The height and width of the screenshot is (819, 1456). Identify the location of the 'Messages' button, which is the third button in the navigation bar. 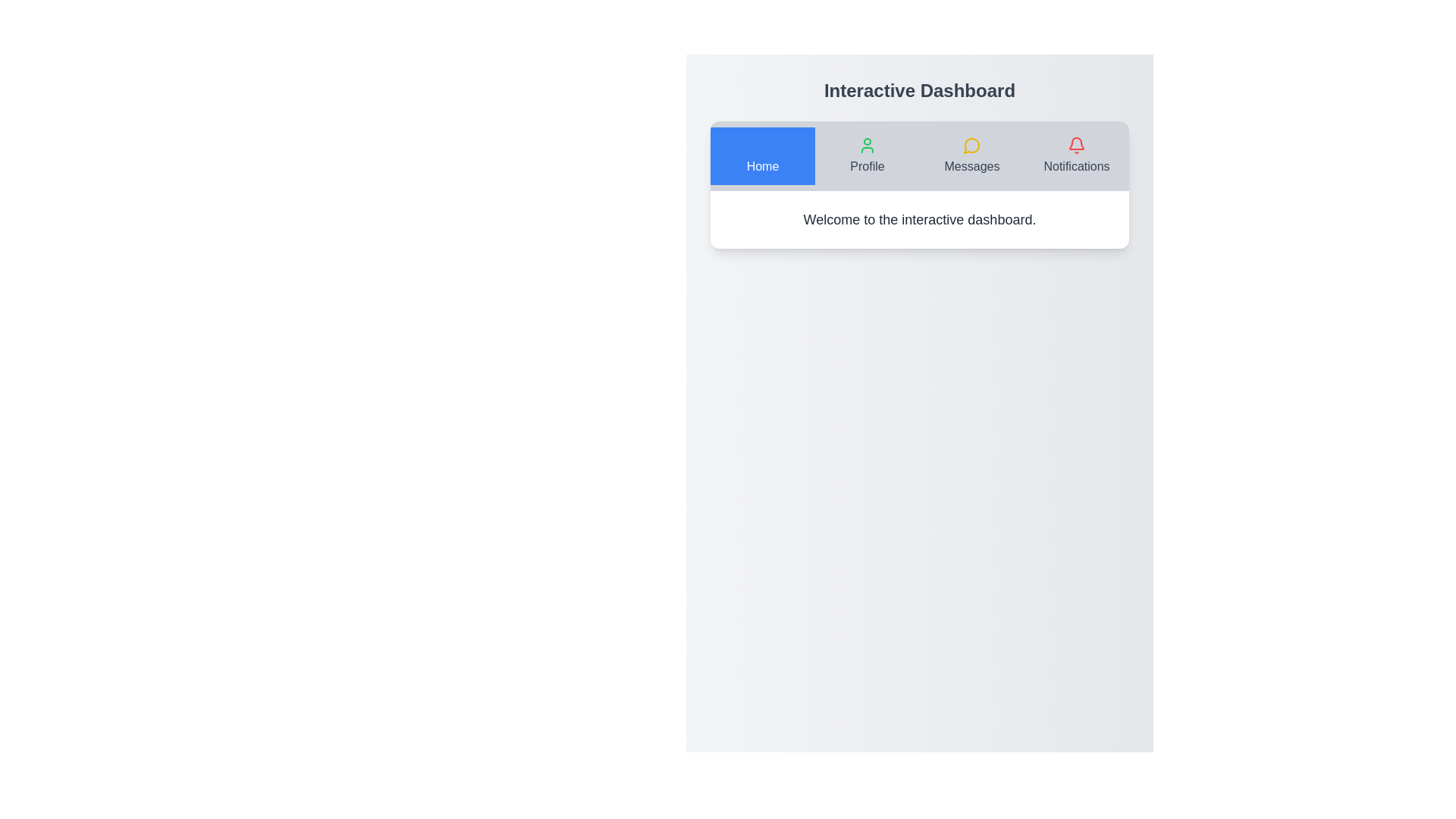
(971, 155).